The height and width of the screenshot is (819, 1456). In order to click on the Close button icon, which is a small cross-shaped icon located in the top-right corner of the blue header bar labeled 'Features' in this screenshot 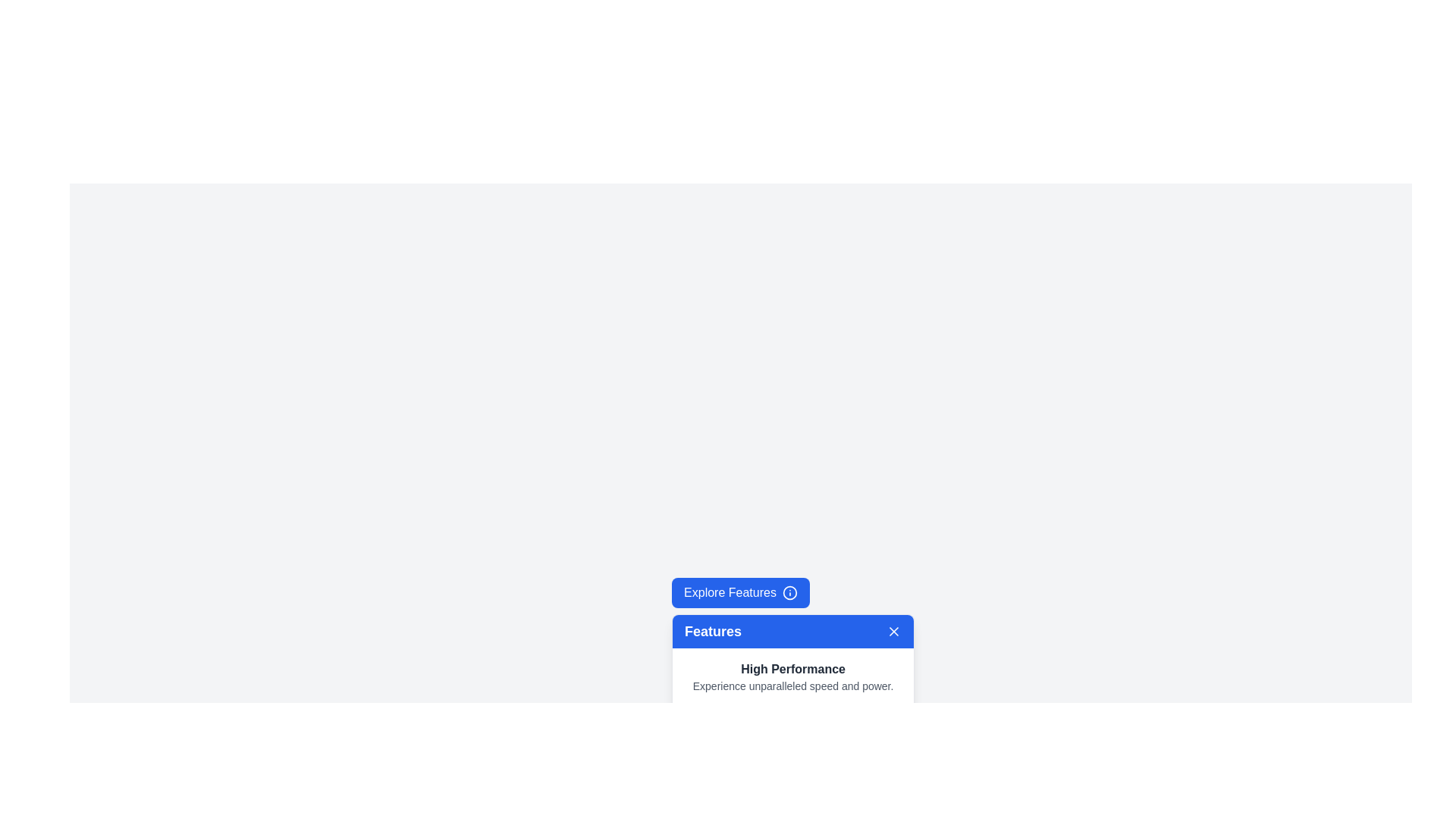, I will do `click(894, 632)`.